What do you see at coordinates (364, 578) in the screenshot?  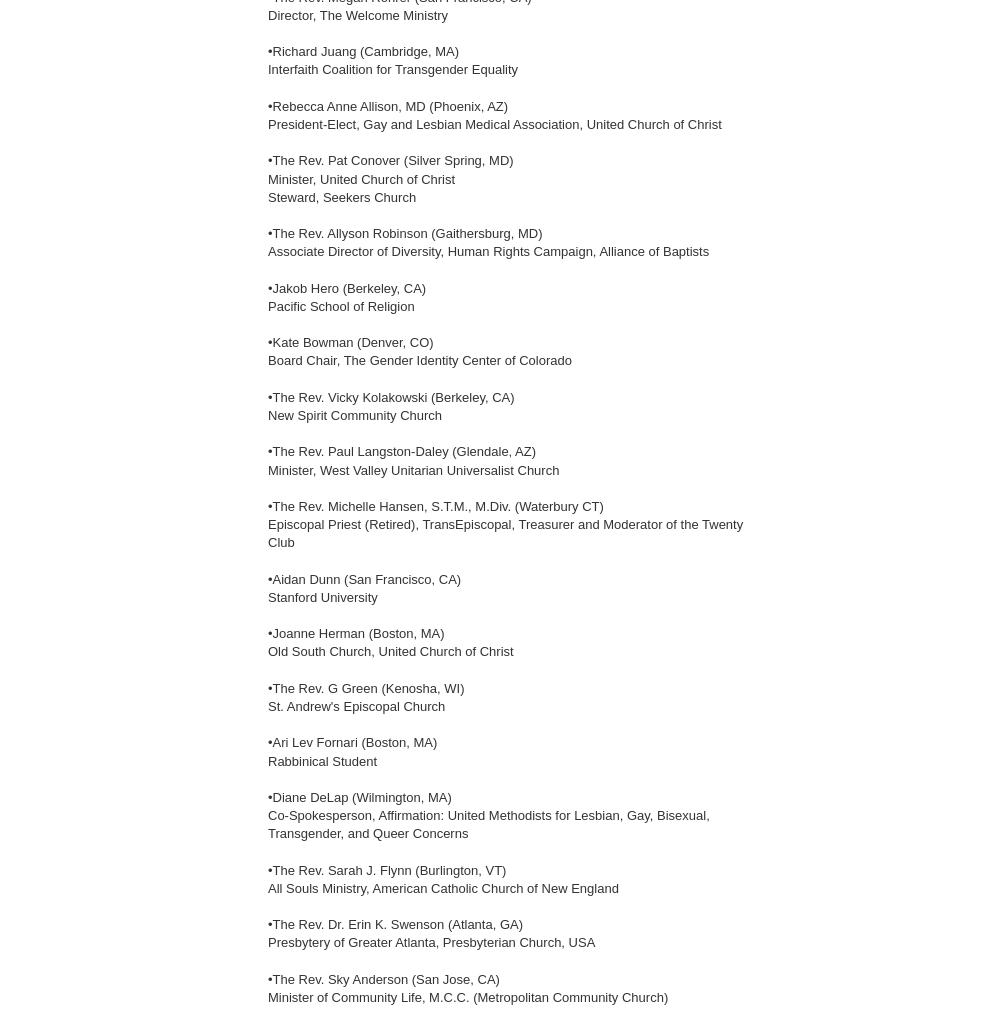 I see `'•Aidan Dunn (San Francisco, CA)'` at bounding box center [364, 578].